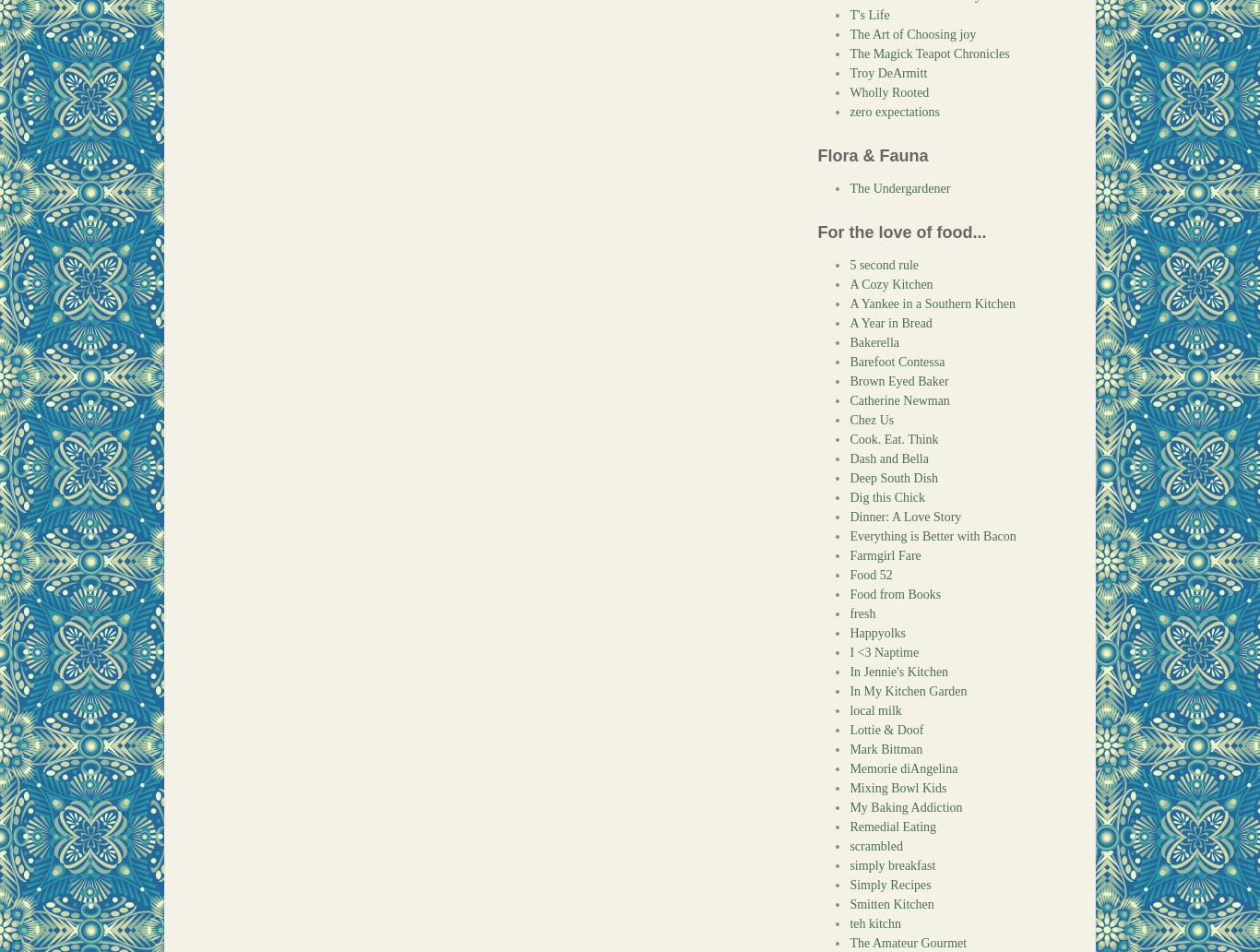 The width and height of the screenshot is (1260, 952). Describe the element at coordinates (884, 265) in the screenshot. I see `'5 second rule'` at that location.